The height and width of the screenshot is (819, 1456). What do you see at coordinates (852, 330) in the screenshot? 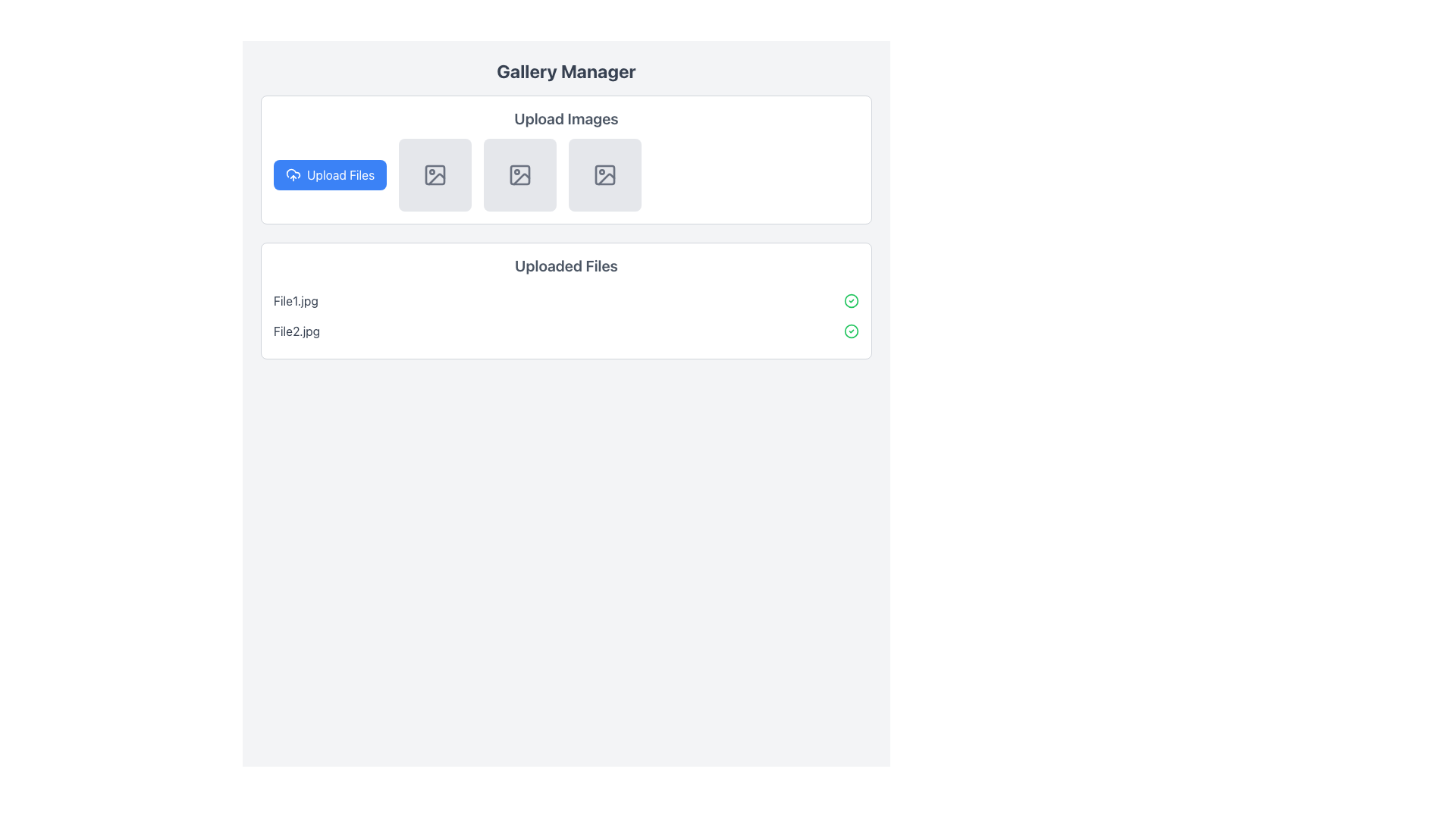
I see `the green circular confirmation icon with a checkmark located next to the label 'File2.jpg'` at bounding box center [852, 330].